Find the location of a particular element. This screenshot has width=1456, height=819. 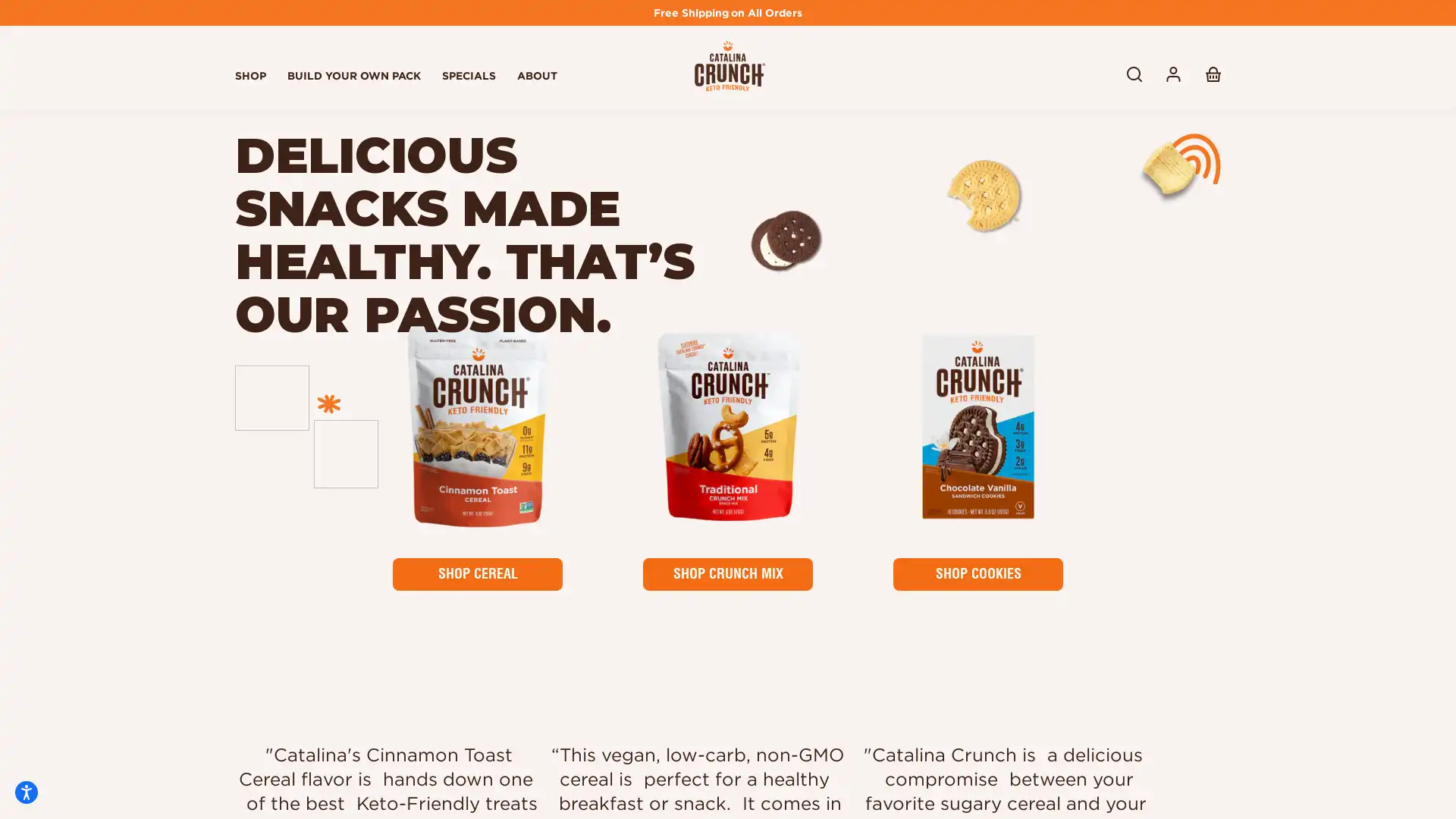

Open accessibility options, statement and help is located at coordinates (26, 792).